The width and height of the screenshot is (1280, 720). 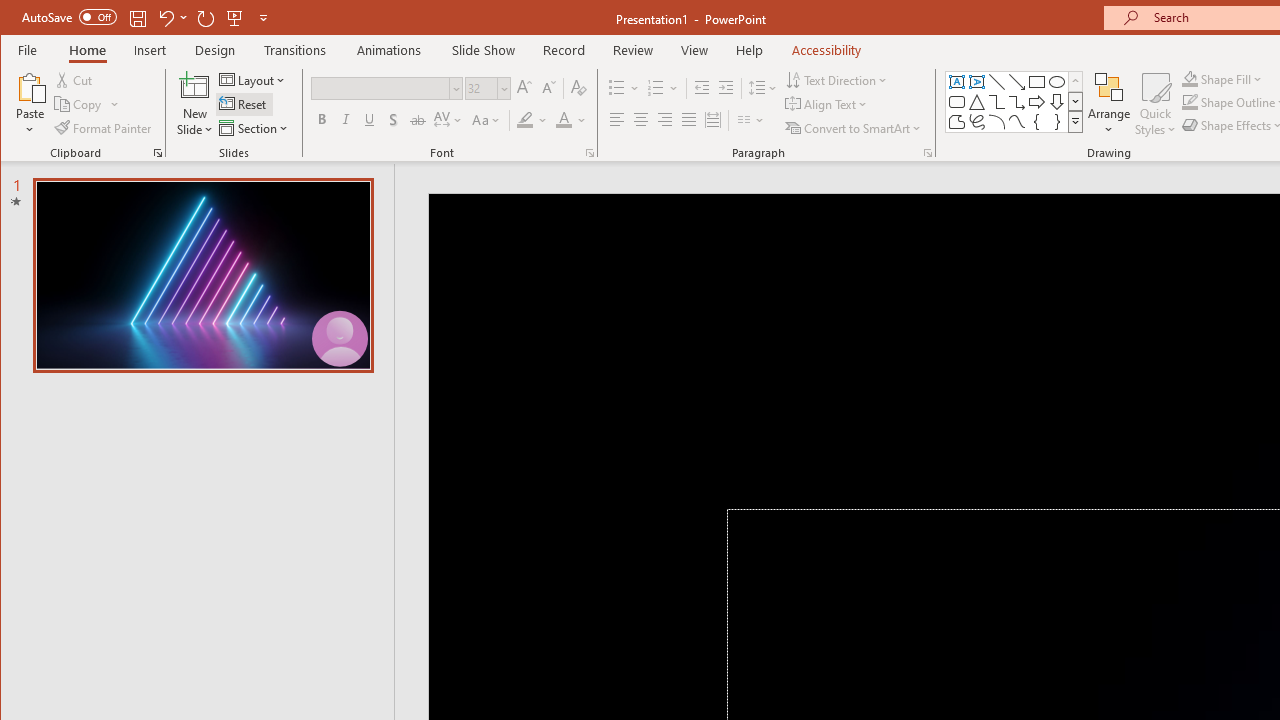 I want to click on 'Text Box', so click(x=955, y=81).